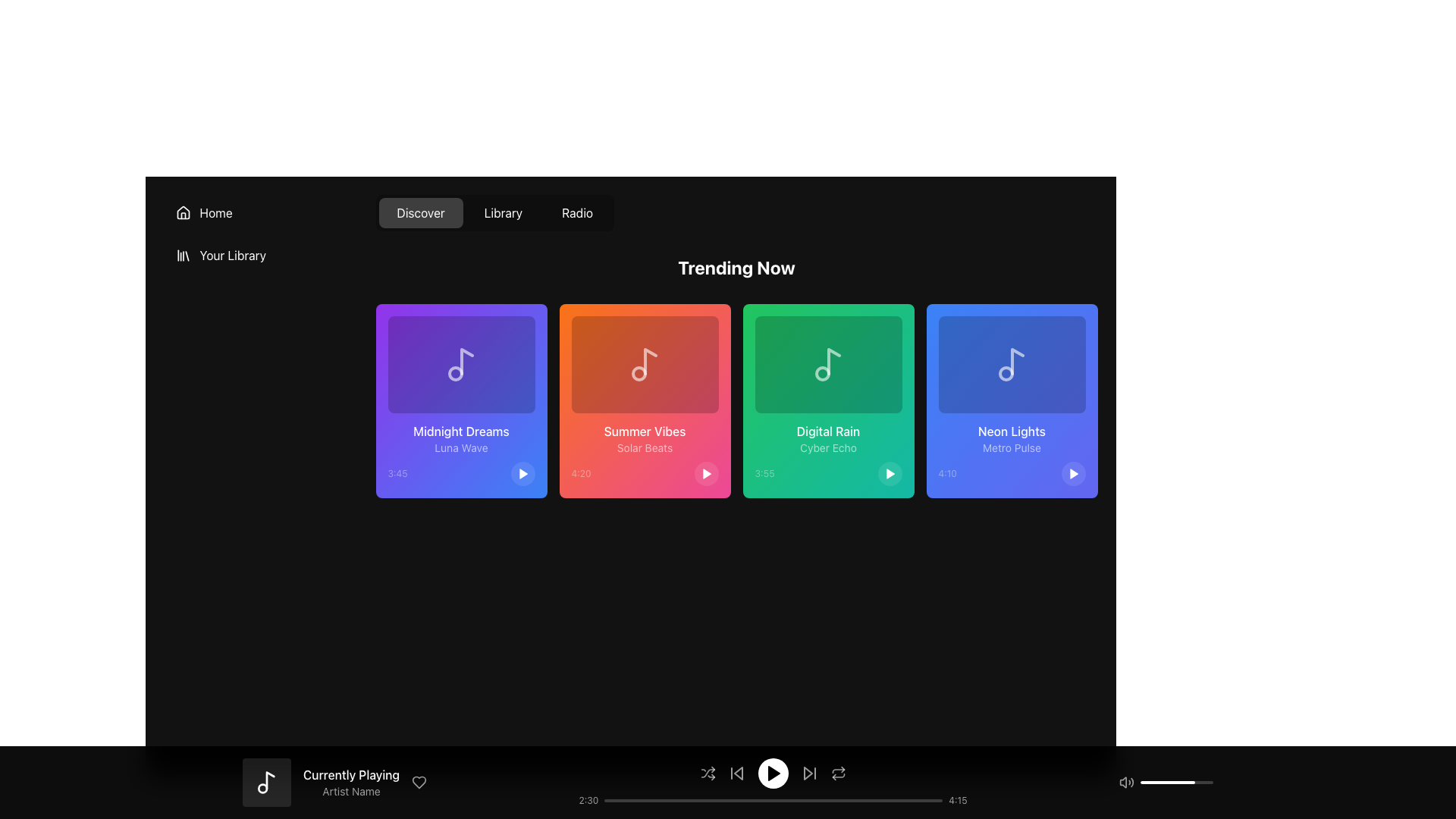  I want to click on the 'Discover' button, which is a rectangular button with the text 'Discover' centered within it, located in the top-center area of the interface, so click(421, 213).